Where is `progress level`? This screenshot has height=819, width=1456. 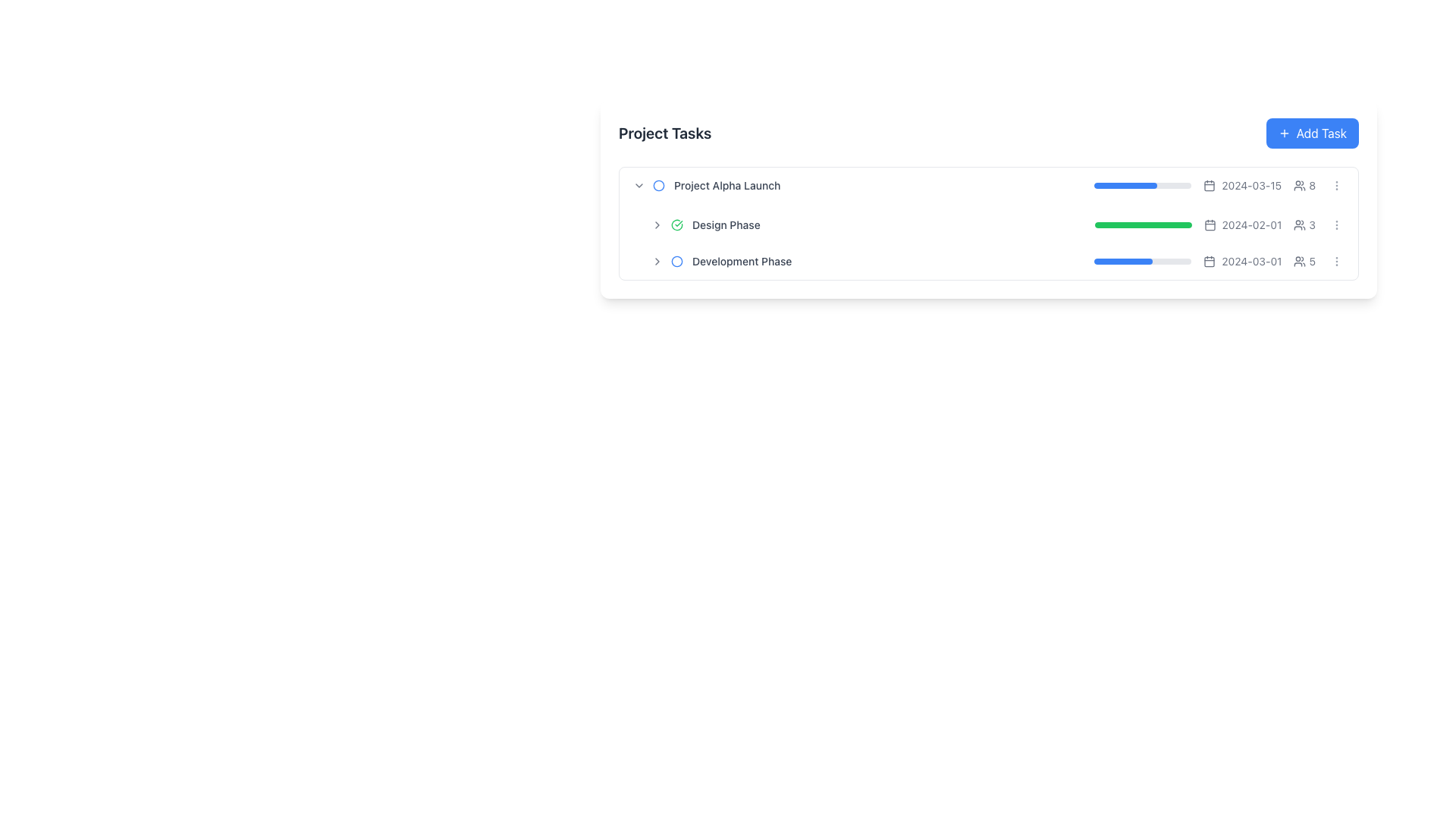
progress level is located at coordinates (1136, 225).